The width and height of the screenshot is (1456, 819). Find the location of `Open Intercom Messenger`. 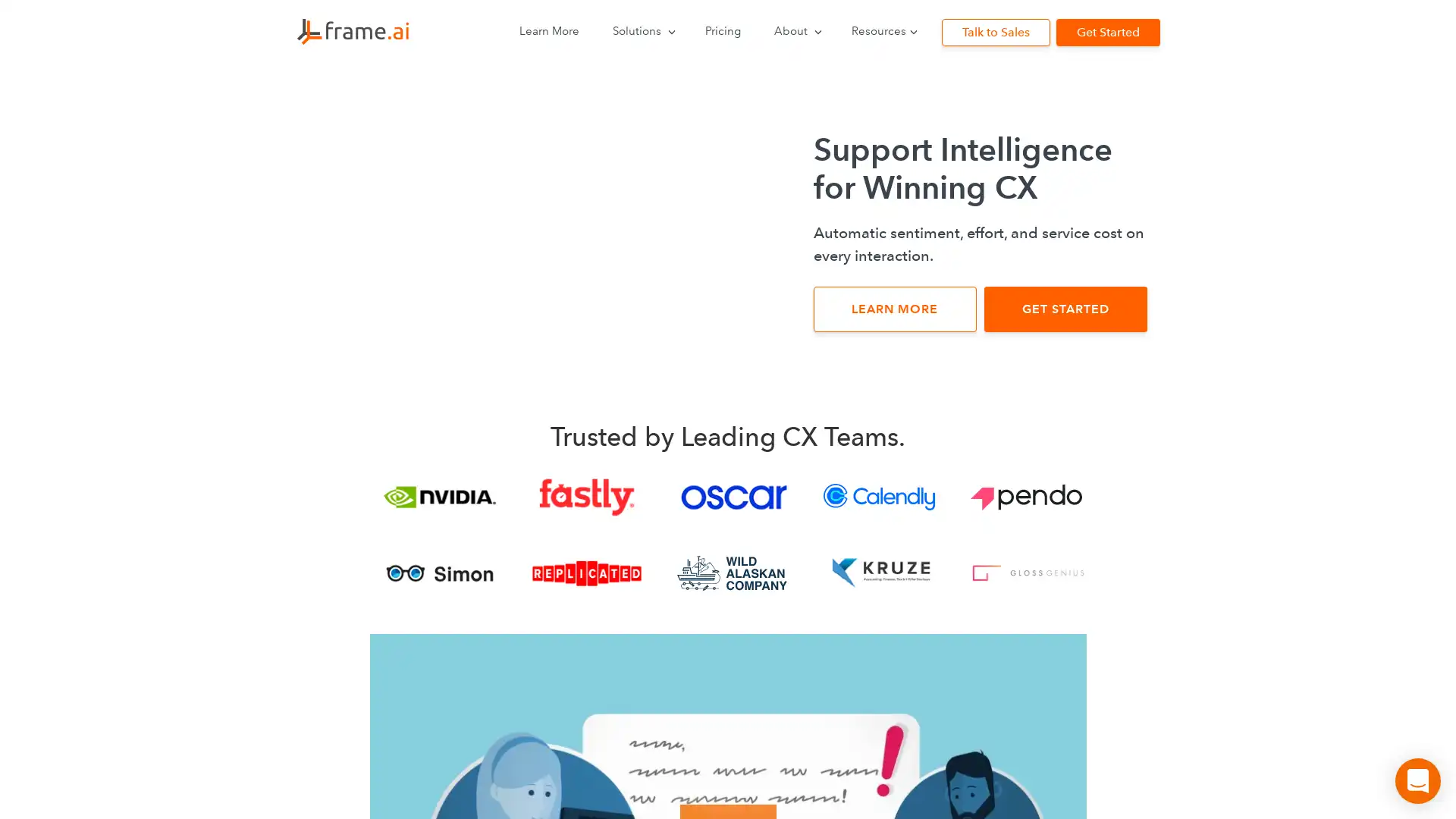

Open Intercom Messenger is located at coordinates (1417, 780).